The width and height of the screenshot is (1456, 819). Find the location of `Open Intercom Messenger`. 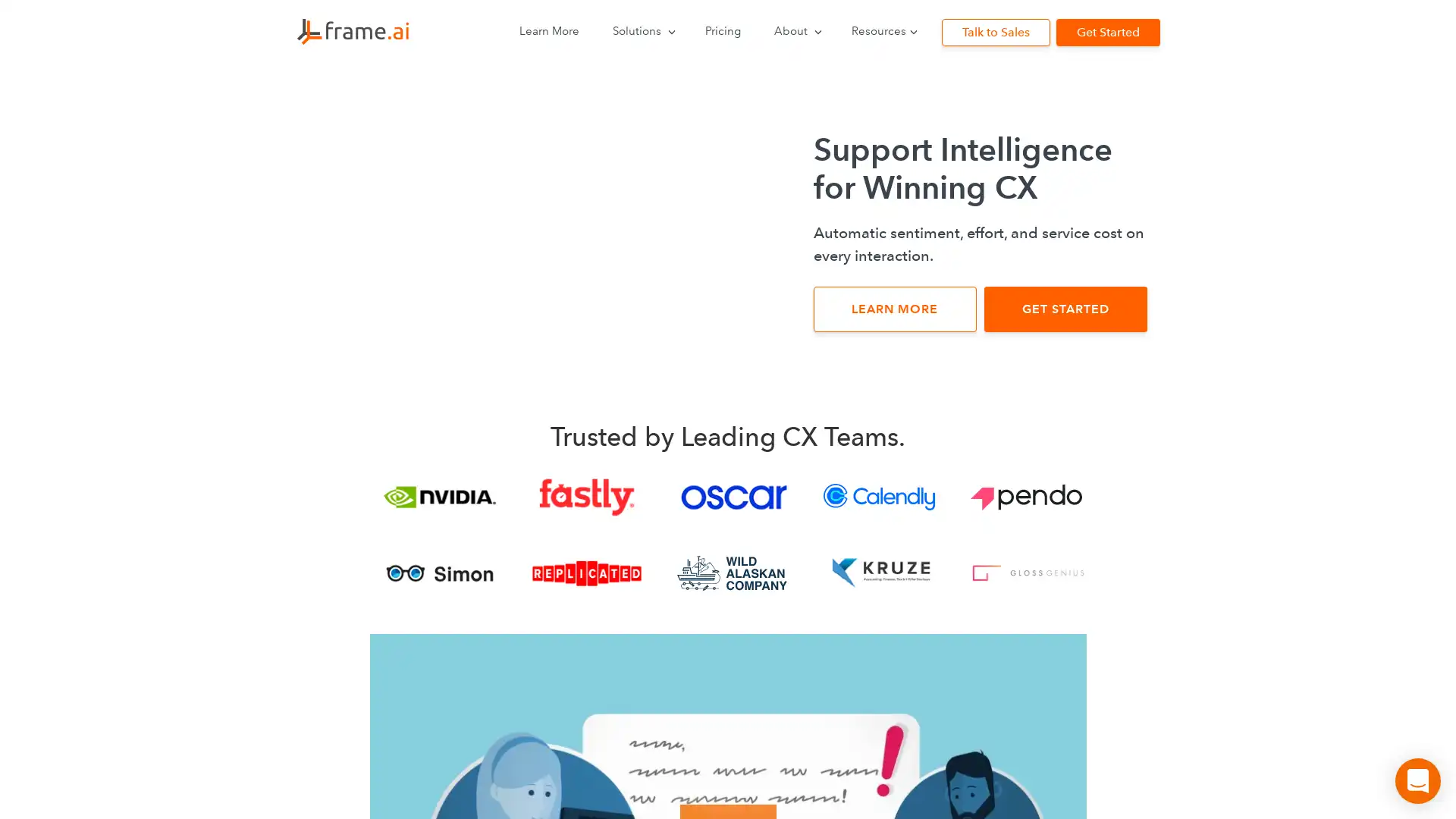

Open Intercom Messenger is located at coordinates (1417, 780).